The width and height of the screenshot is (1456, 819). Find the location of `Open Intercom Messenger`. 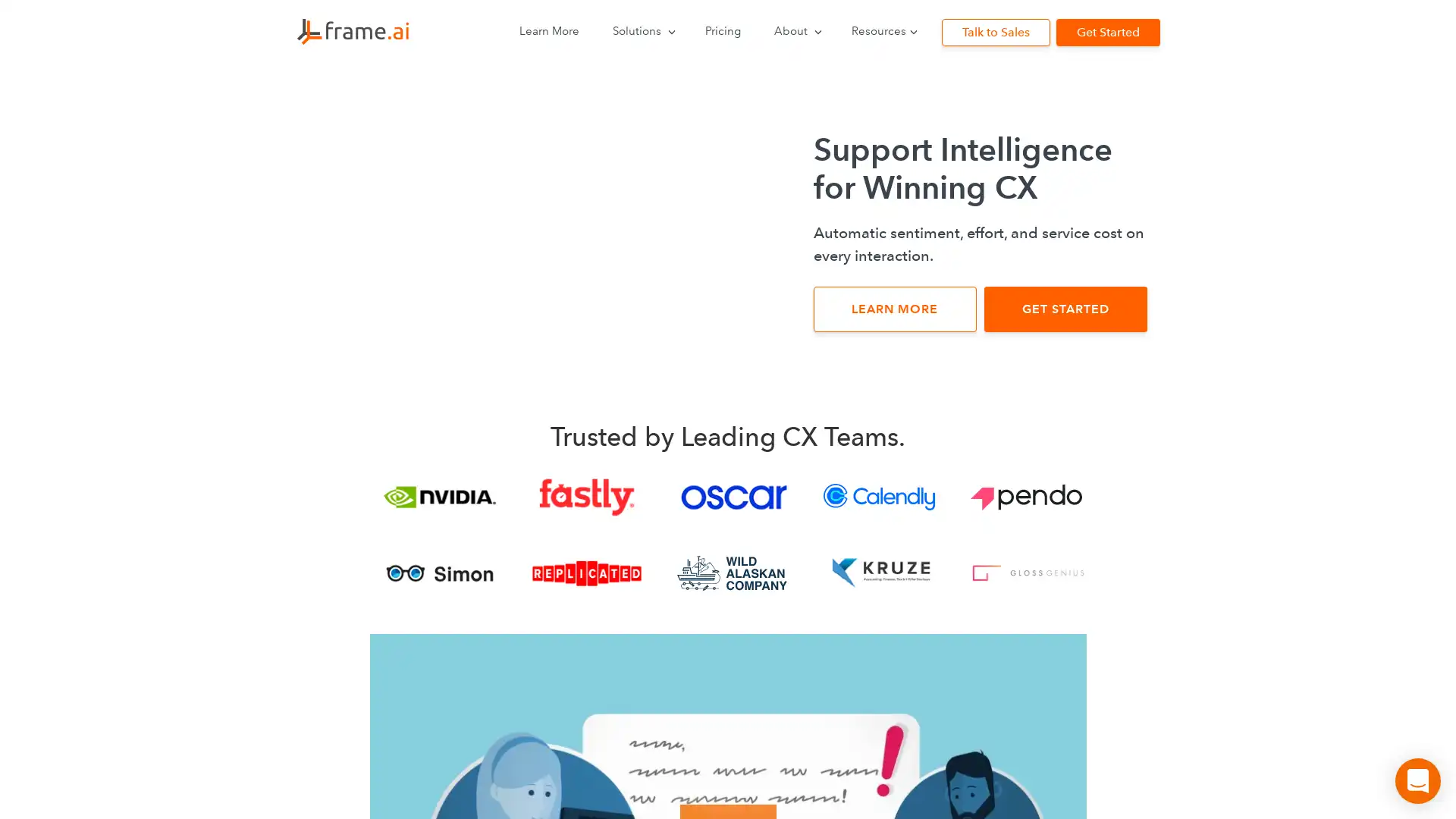

Open Intercom Messenger is located at coordinates (1417, 780).